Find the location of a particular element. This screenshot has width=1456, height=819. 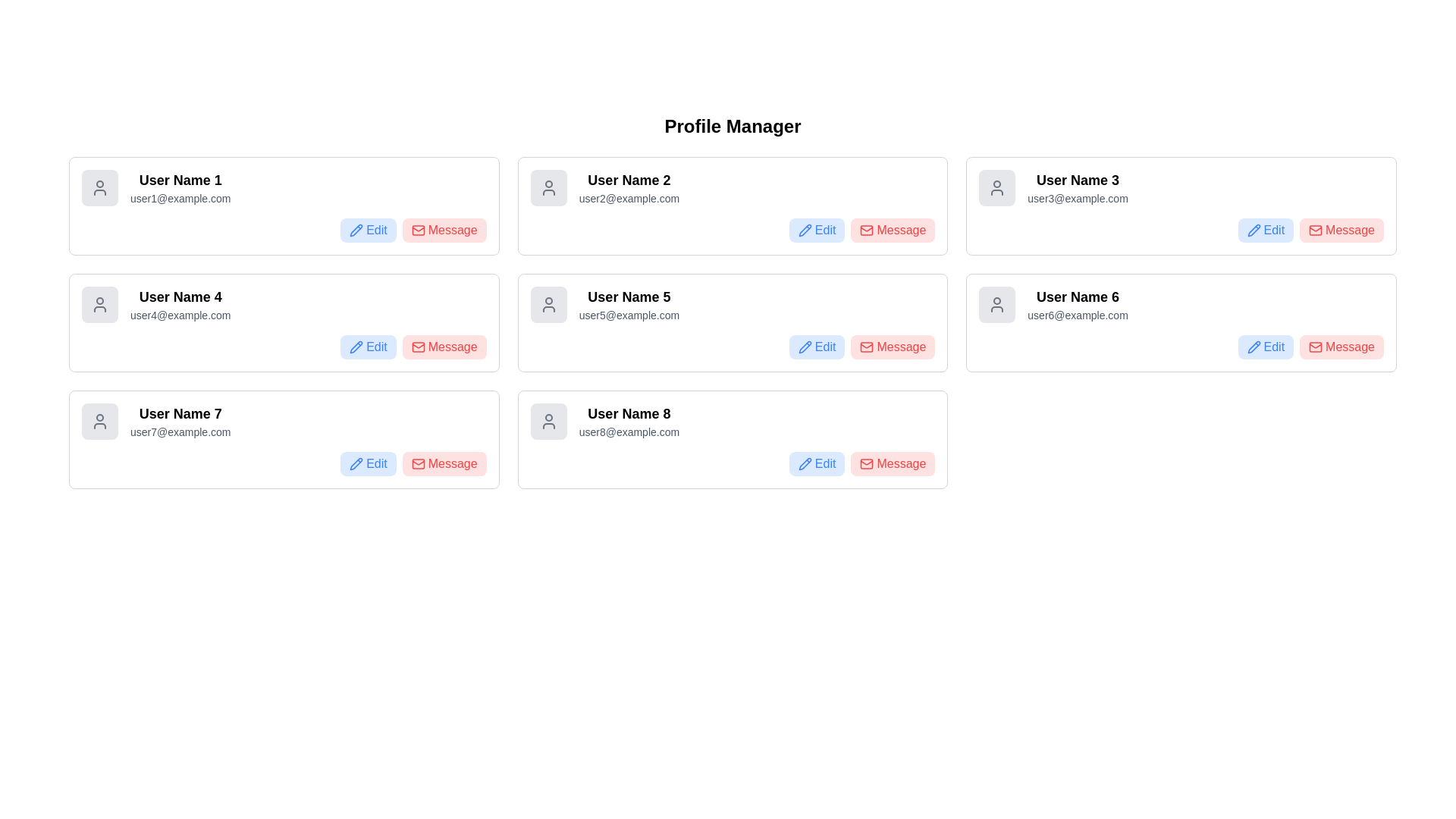

the text element displaying the email address 'user6@example.com', which is located below the 'User Name 6' text in the profile box is located at coordinates (1077, 315).